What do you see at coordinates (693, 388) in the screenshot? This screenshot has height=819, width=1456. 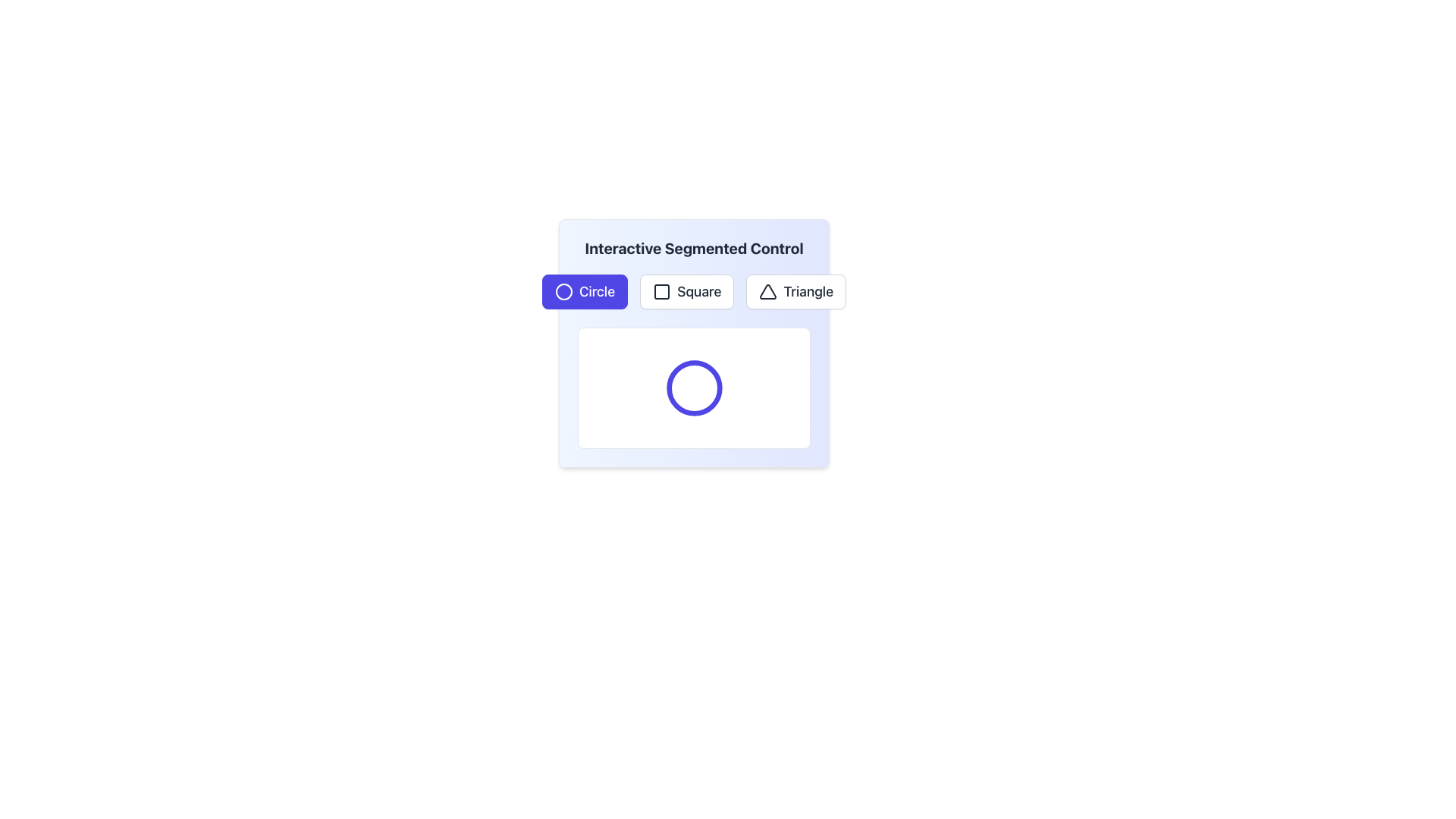 I see `the visual representation of the circular shape with a blue outline, which is centrally positioned within a white background under the 'Interactive Segmented Control'` at bounding box center [693, 388].